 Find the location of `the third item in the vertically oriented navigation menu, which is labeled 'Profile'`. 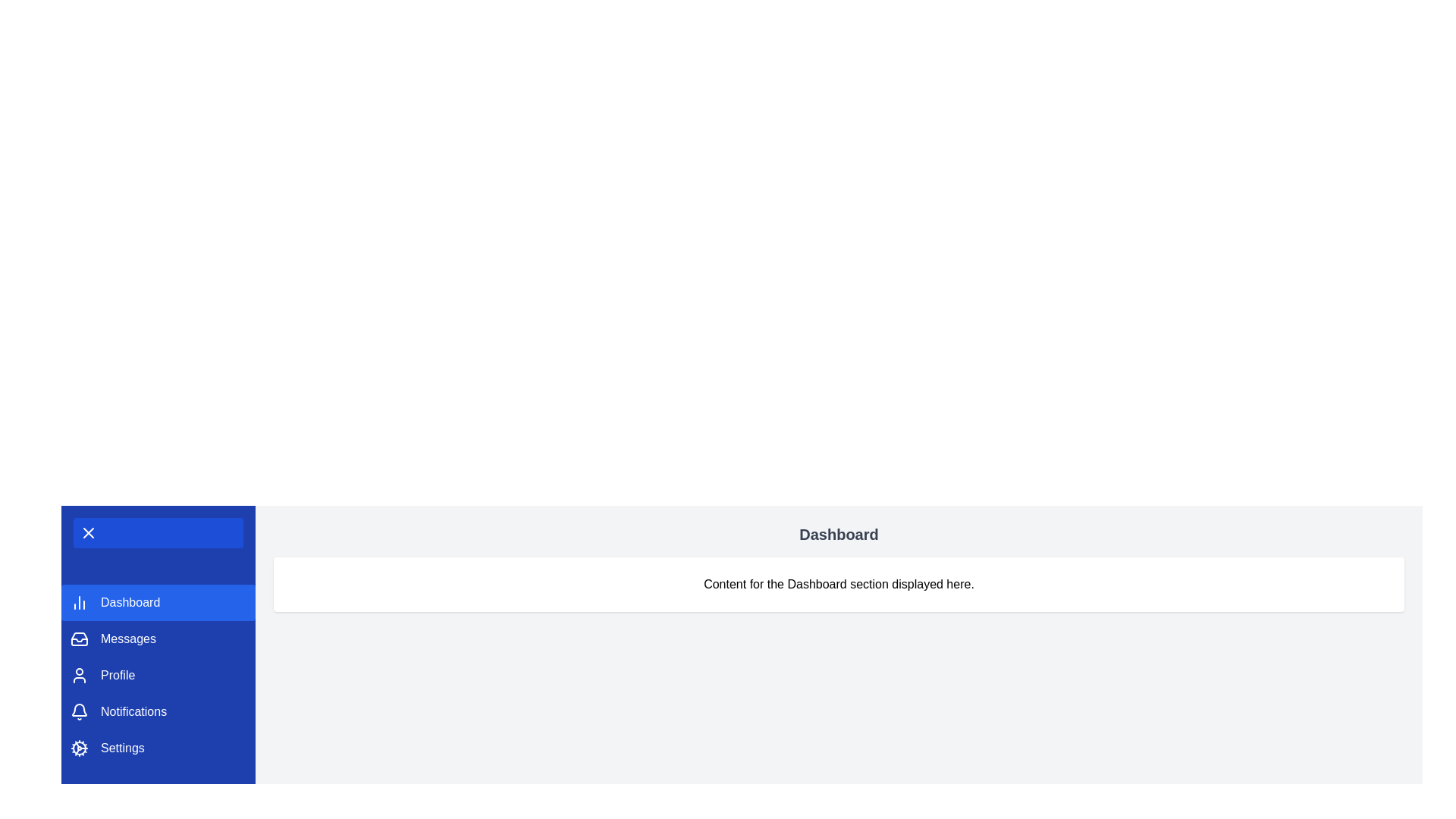

the third item in the vertically oriented navigation menu, which is labeled 'Profile' is located at coordinates (158, 675).